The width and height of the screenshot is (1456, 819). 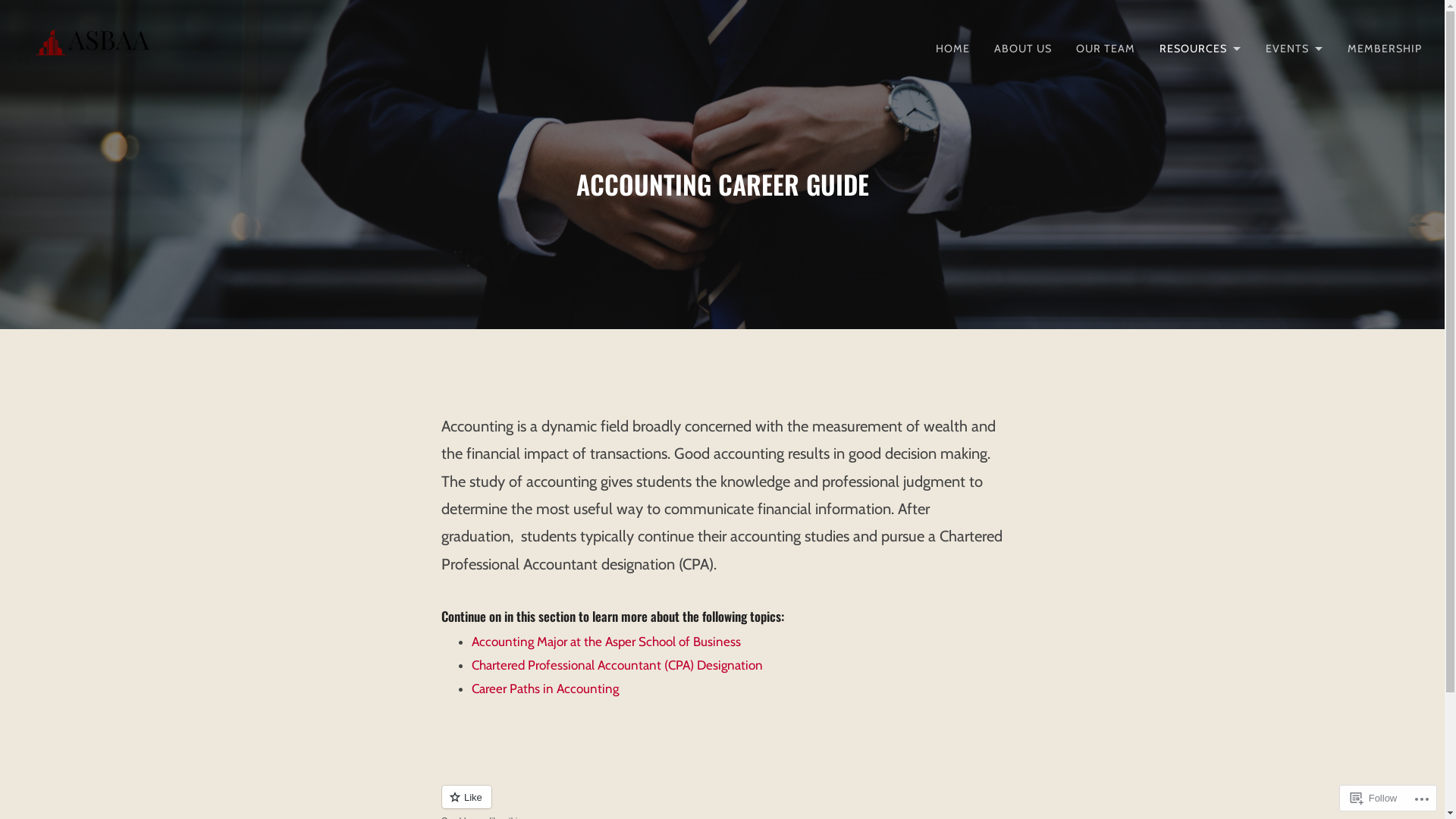 I want to click on 'ABOUT US', so click(x=982, y=48).